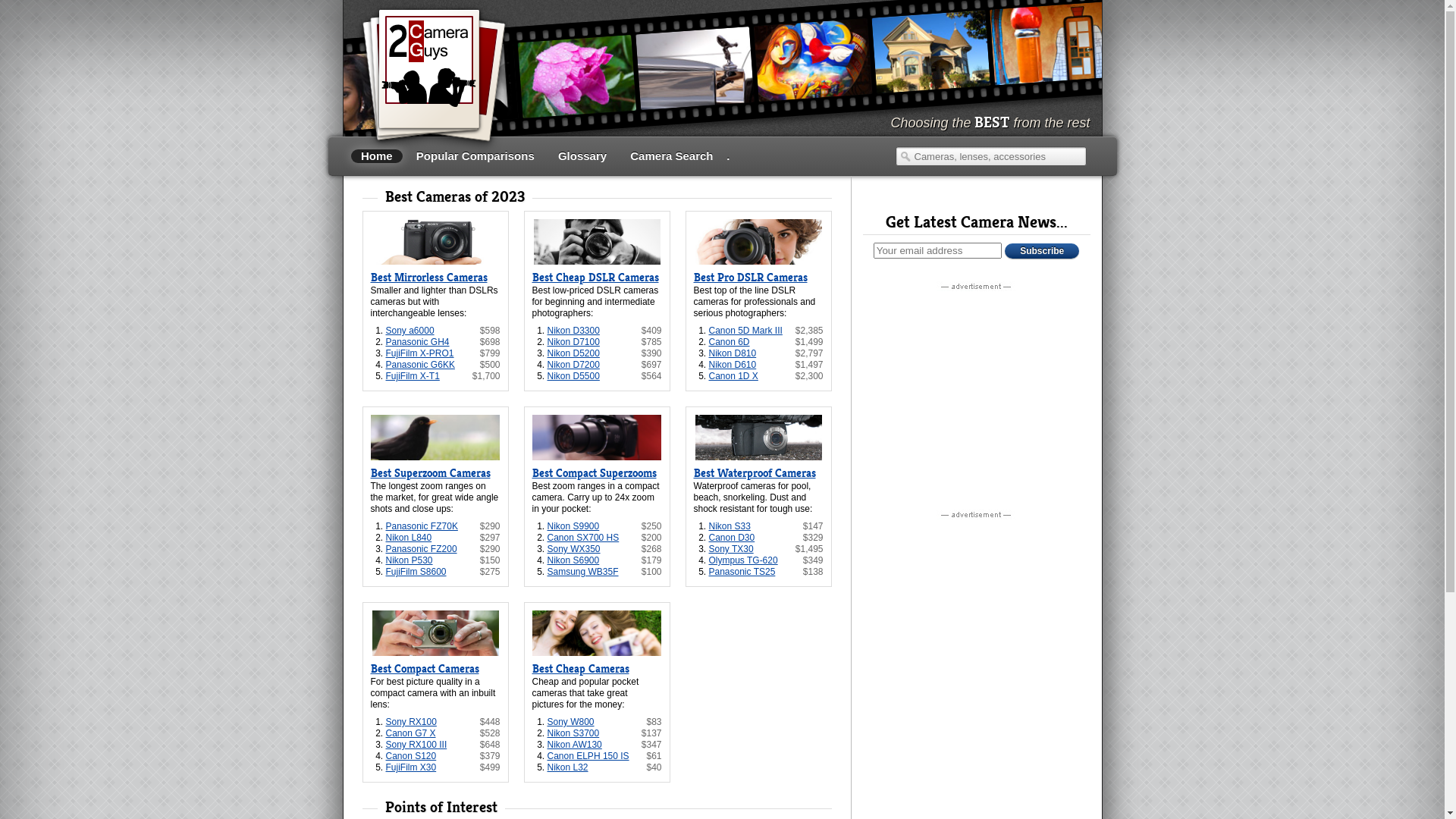 The image size is (1456, 819). What do you see at coordinates (412, 375) in the screenshot?
I see `'FujiFilm X-T1'` at bounding box center [412, 375].